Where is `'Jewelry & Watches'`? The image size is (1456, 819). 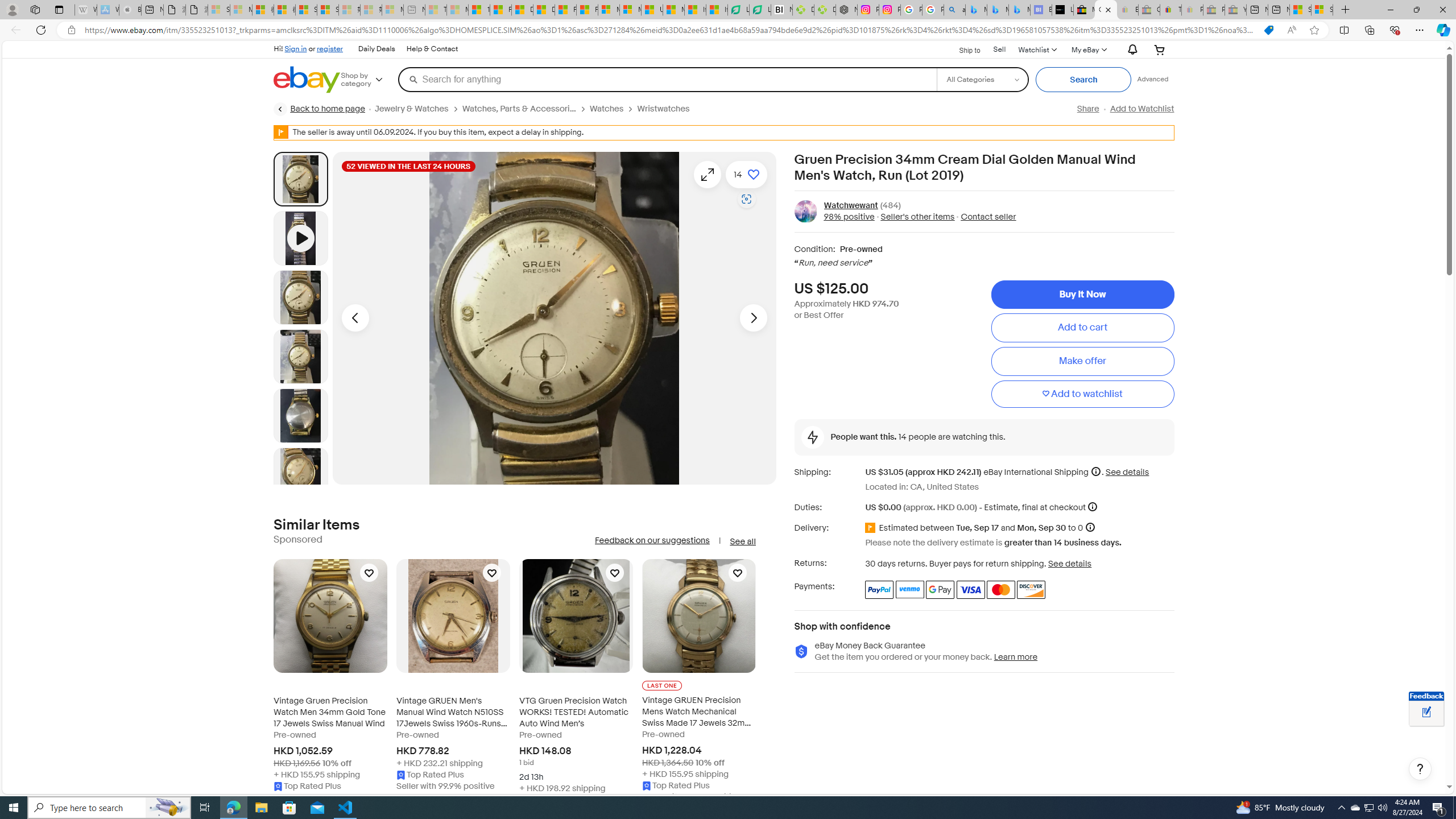
'Jewelry & Watches' is located at coordinates (418, 109).